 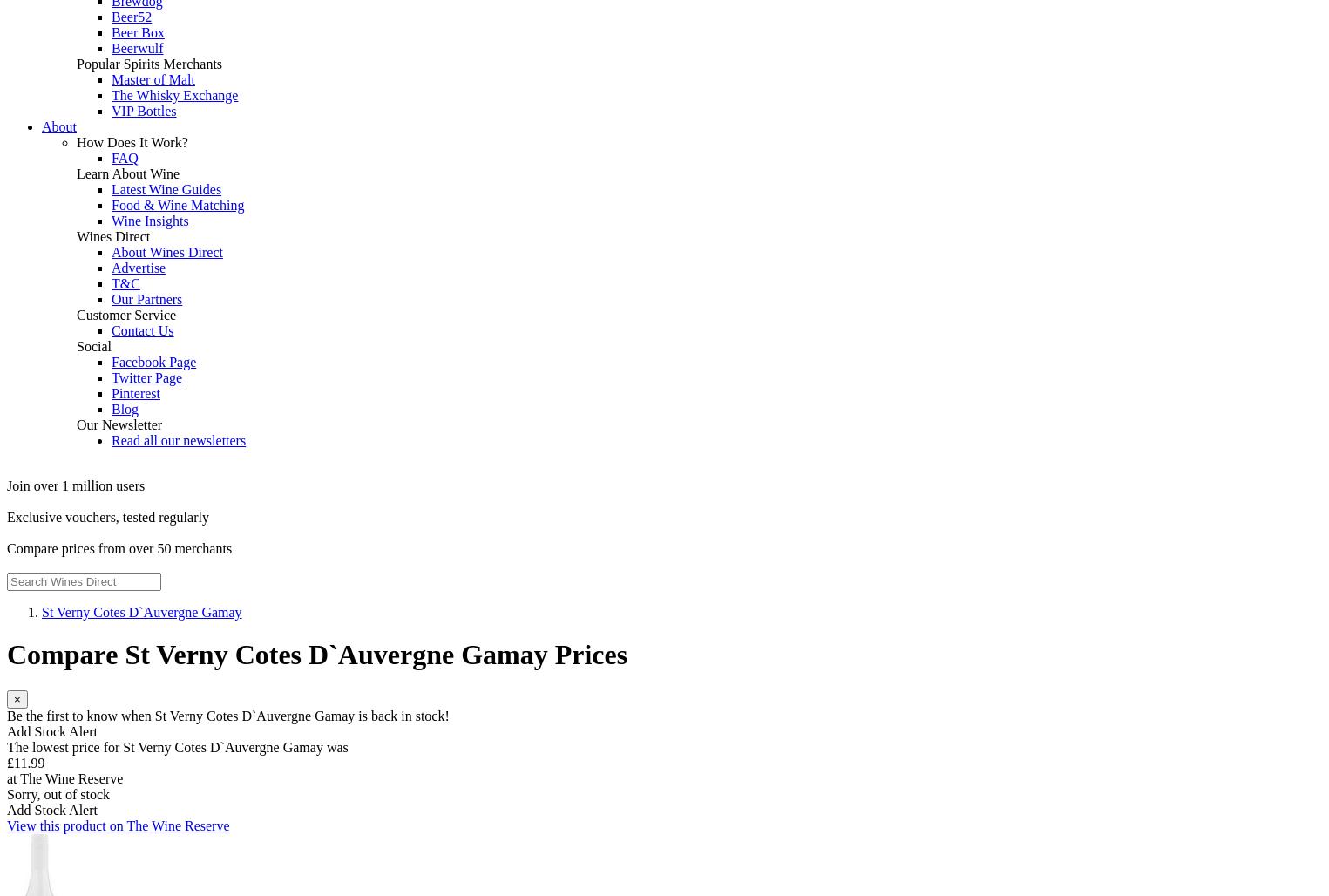 What do you see at coordinates (125, 314) in the screenshot?
I see `'Customer Service'` at bounding box center [125, 314].